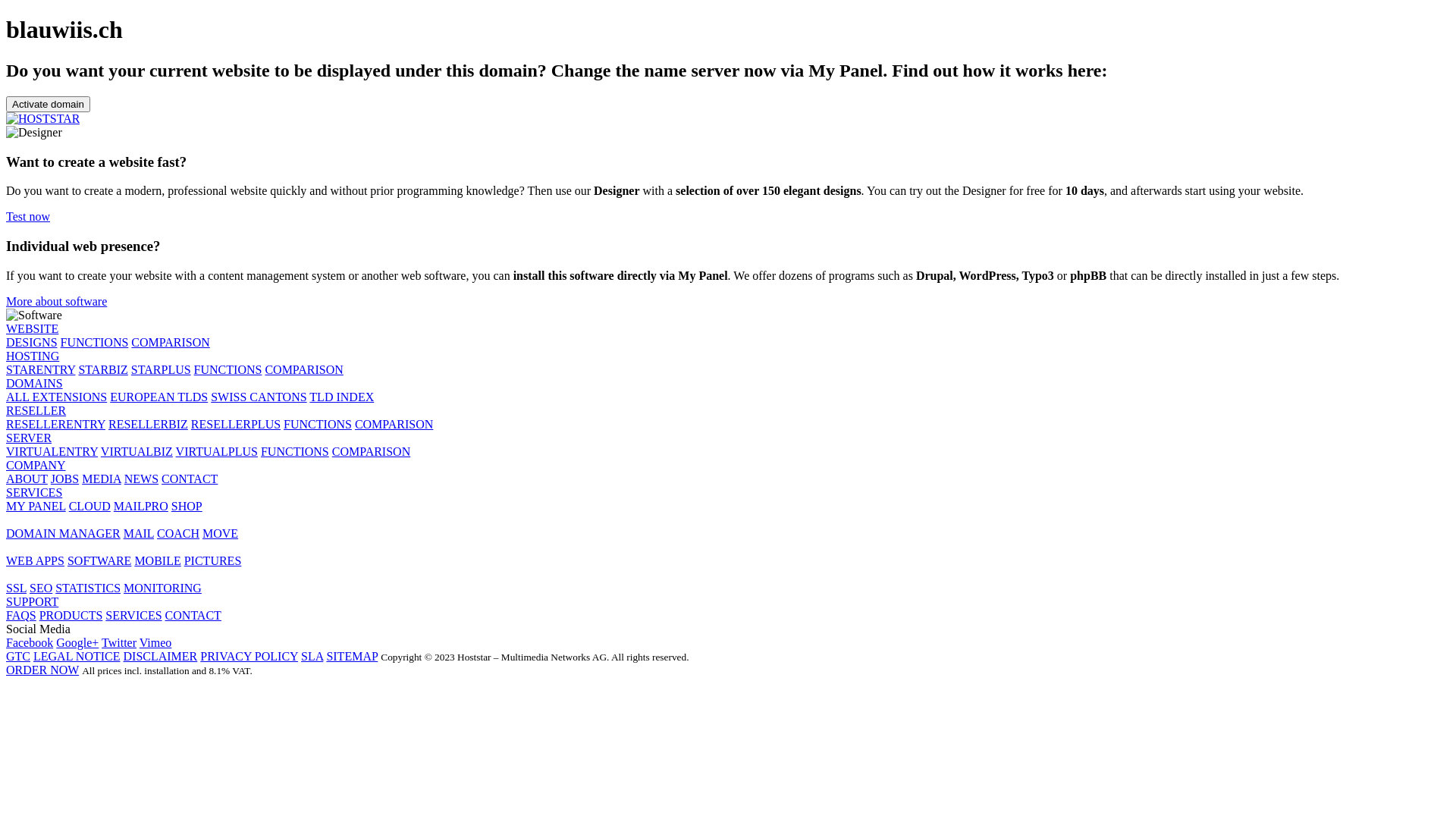 The height and width of the screenshot is (819, 1456). I want to click on 'PRIVACY POLICY', so click(249, 655).